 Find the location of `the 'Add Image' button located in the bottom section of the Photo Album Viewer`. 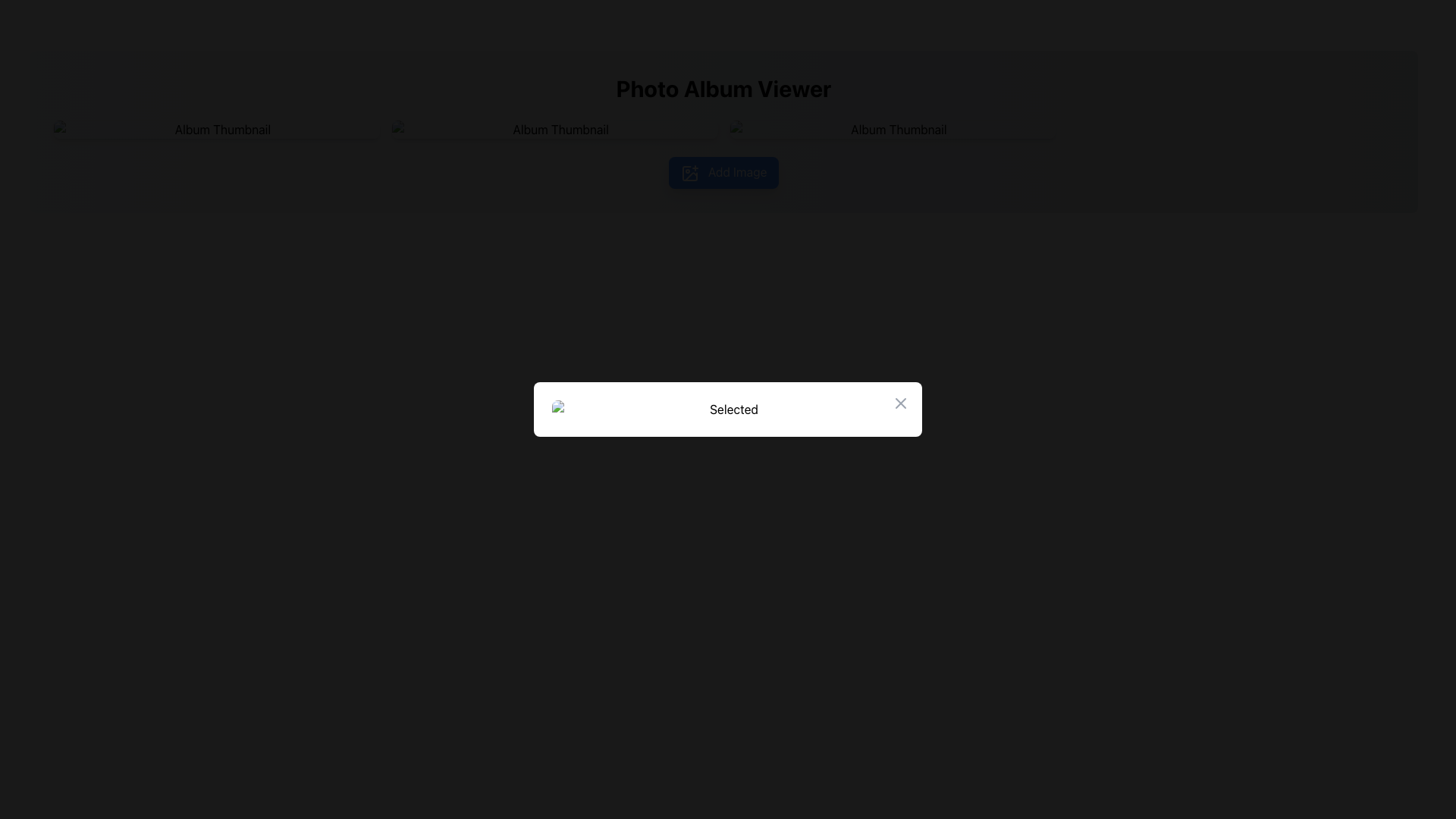

the 'Add Image' button located in the bottom section of the Photo Album Viewer is located at coordinates (723, 171).